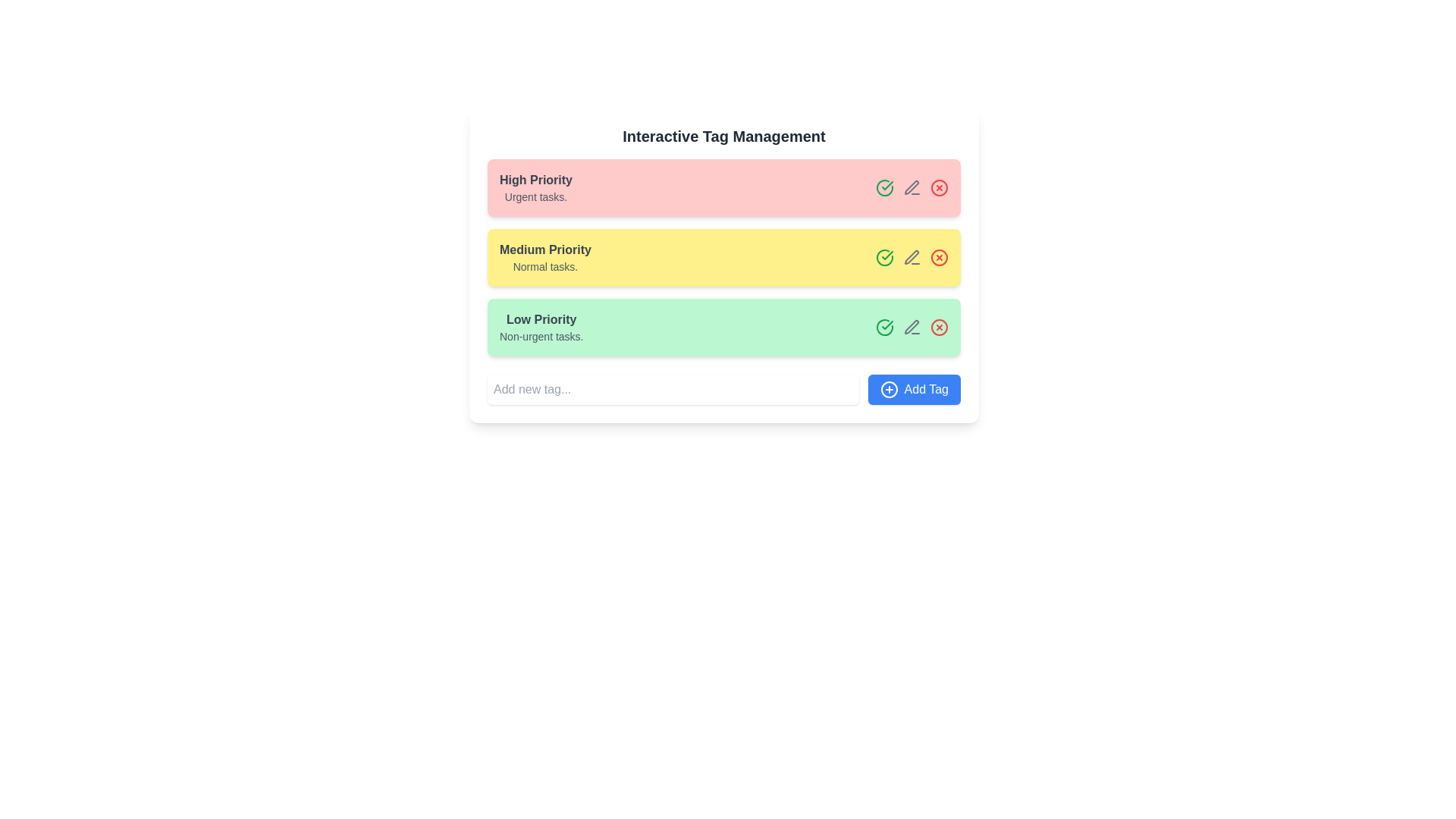 The image size is (1456, 819). I want to click on the leftmost icon in the 'Low Priority' row, so click(884, 327).